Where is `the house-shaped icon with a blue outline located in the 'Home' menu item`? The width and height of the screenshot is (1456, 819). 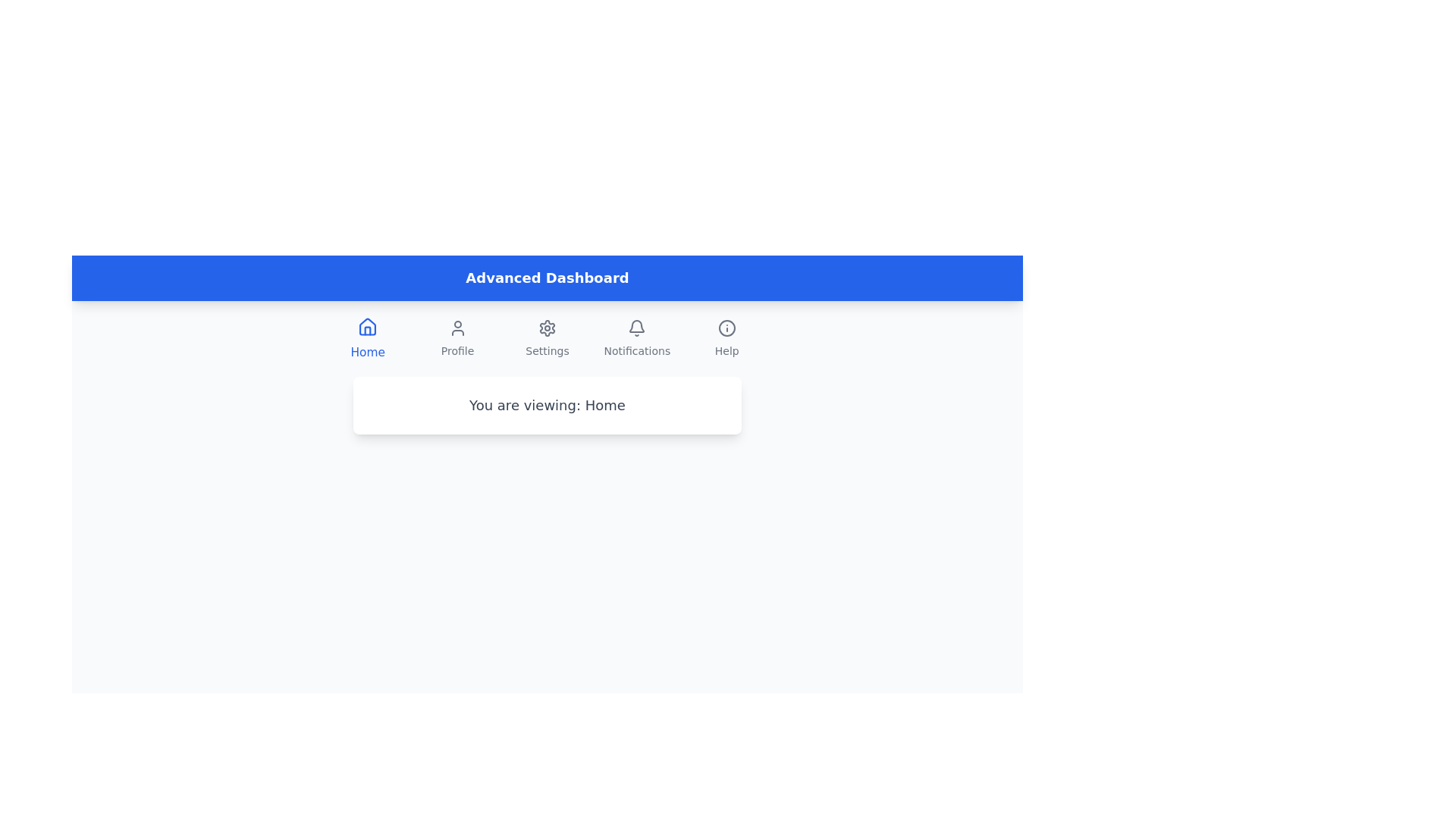
the house-shaped icon with a blue outline located in the 'Home' menu item is located at coordinates (368, 326).